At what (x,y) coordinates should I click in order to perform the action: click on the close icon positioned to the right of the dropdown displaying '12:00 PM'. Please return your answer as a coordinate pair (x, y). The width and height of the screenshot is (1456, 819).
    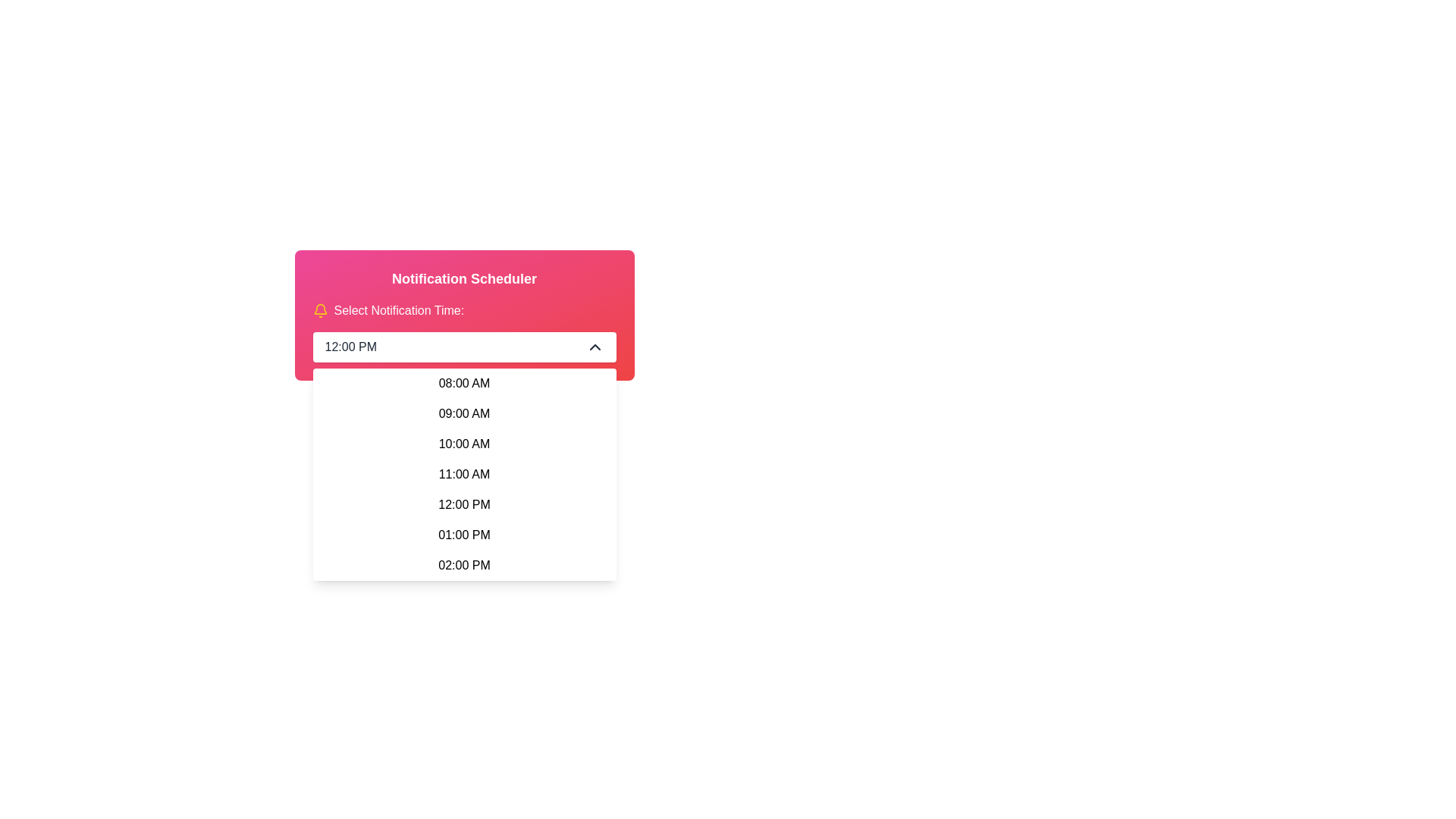
    Looking at the image, I should click on (594, 347).